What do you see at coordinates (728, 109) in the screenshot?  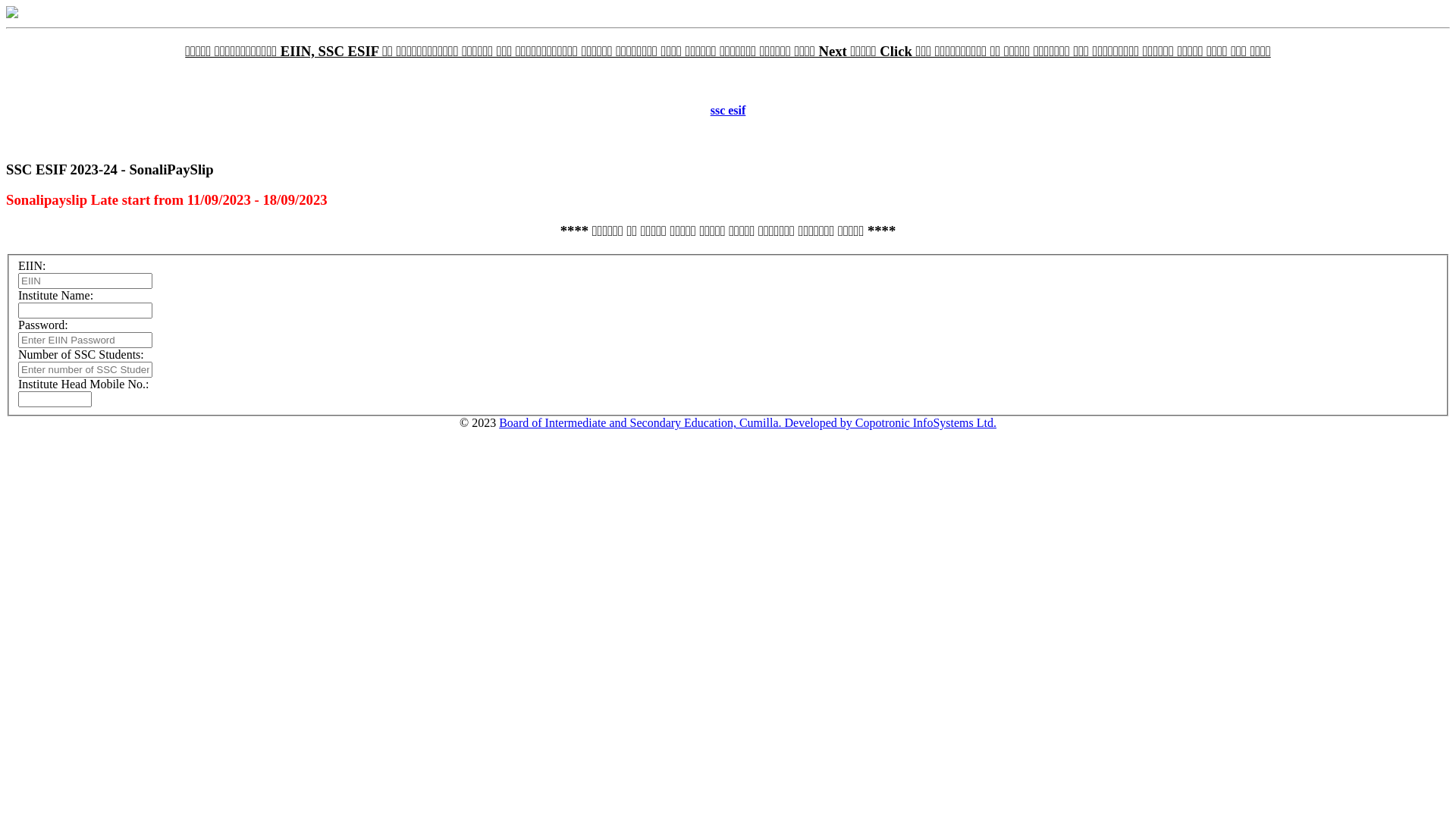 I see `'ssc esif'` at bounding box center [728, 109].